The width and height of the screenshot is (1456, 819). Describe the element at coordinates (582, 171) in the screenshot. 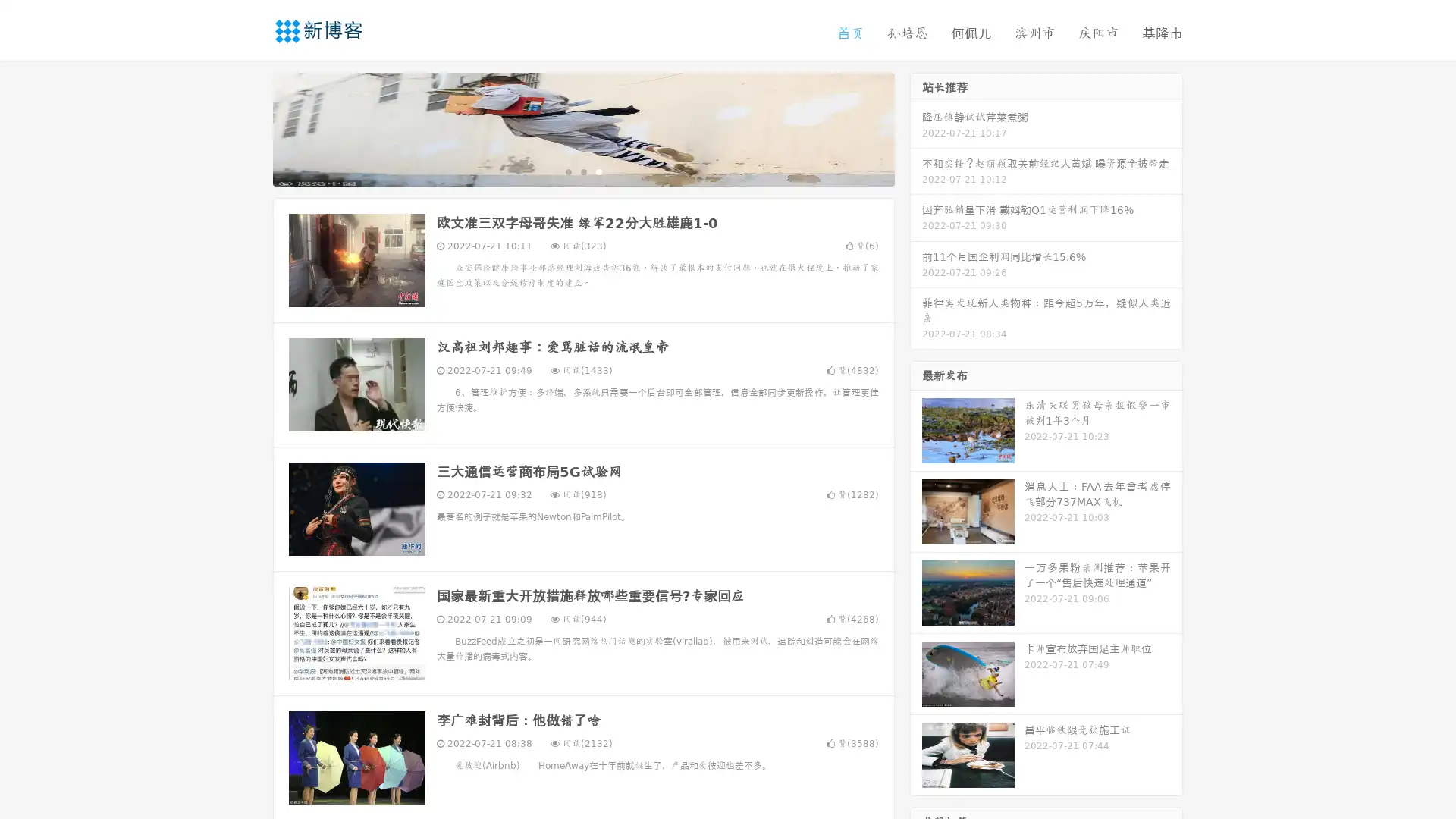

I see `Go to slide 2` at that location.